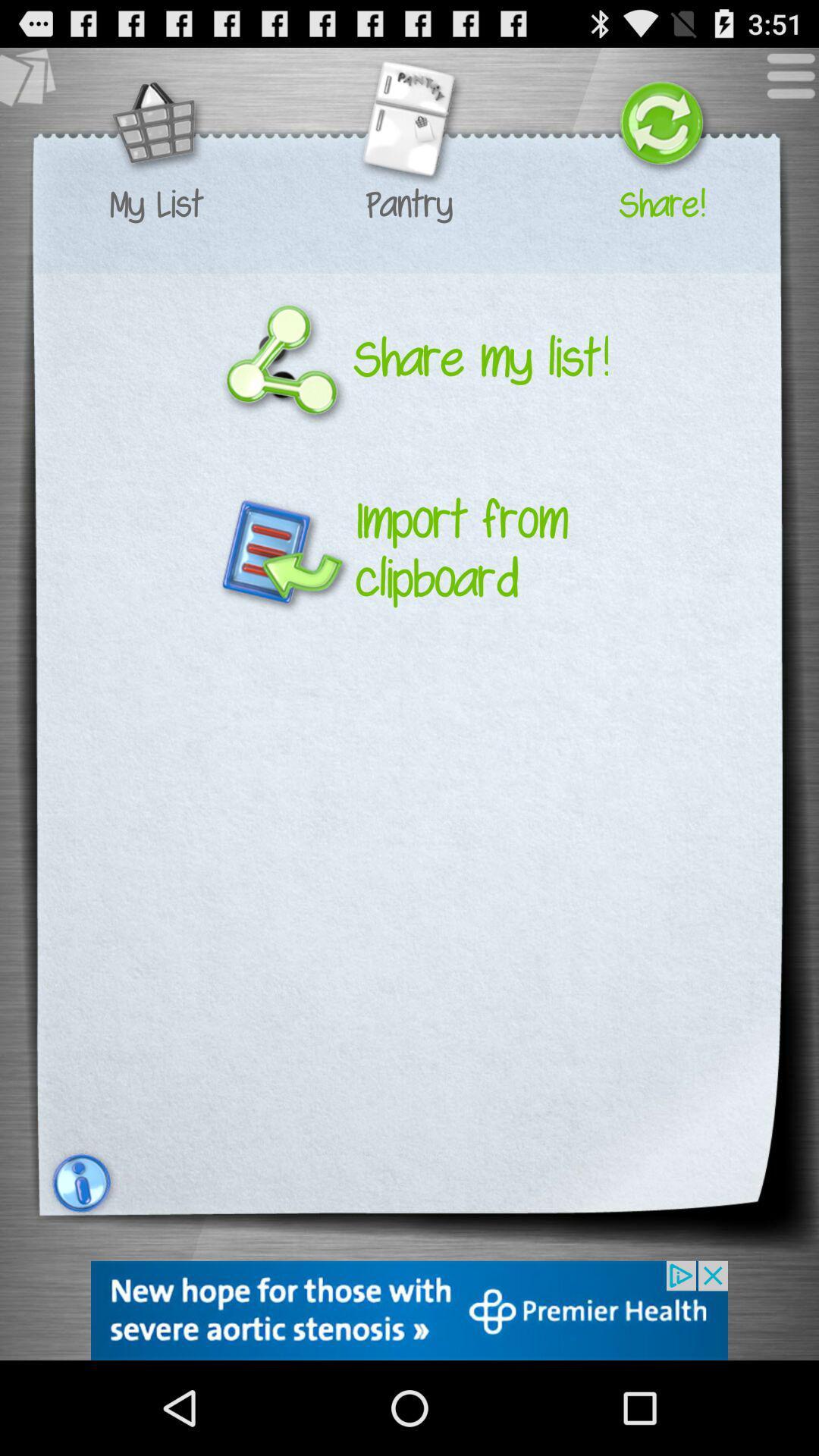 The width and height of the screenshot is (819, 1456). Describe the element at coordinates (156, 134) in the screenshot. I see `the cart icon` at that location.